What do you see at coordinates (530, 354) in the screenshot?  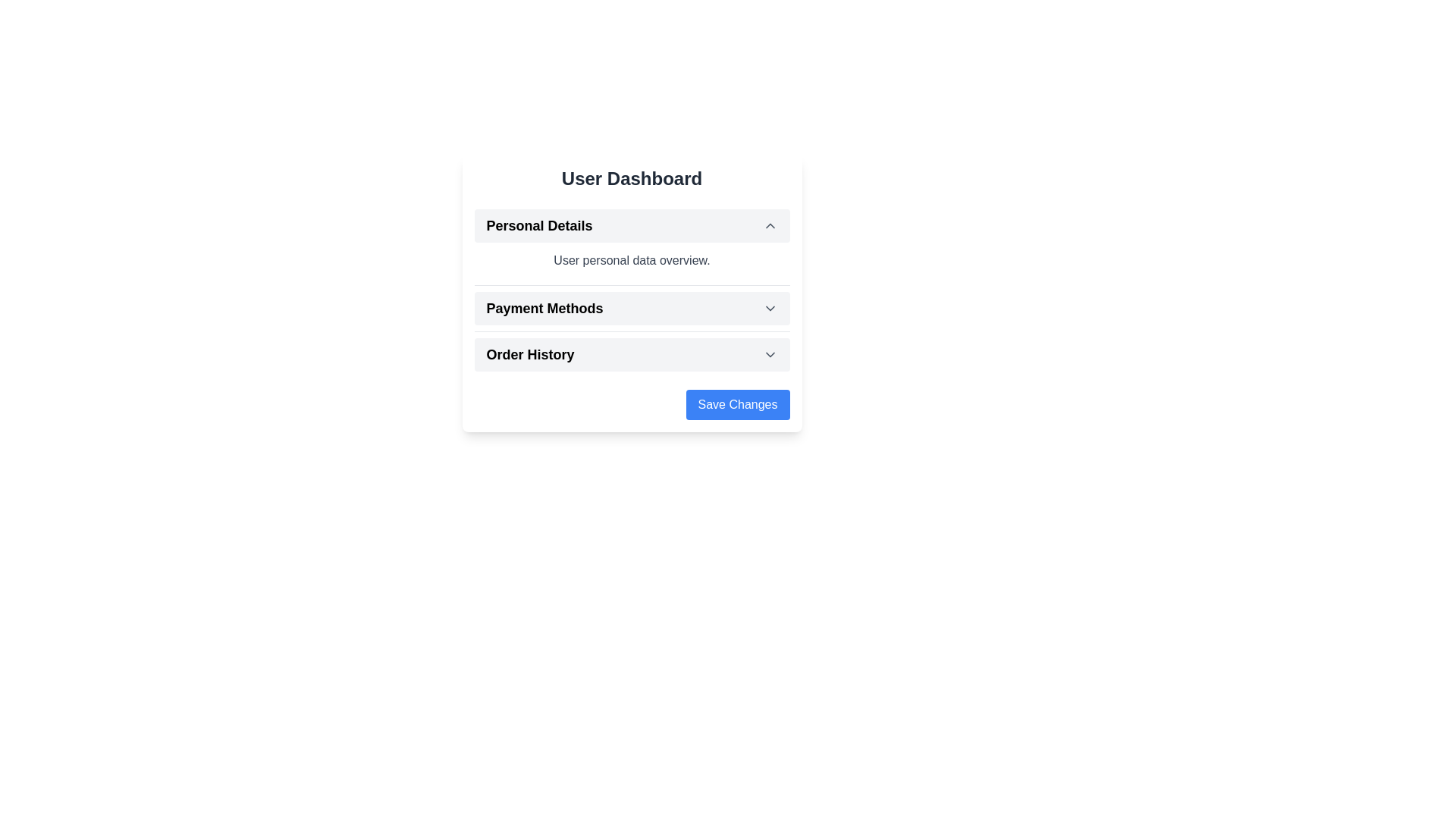 I see `the bold black text label 'Order History' located in the third section of the vertical list on the user dashboard` at bounding box center [530, 354].